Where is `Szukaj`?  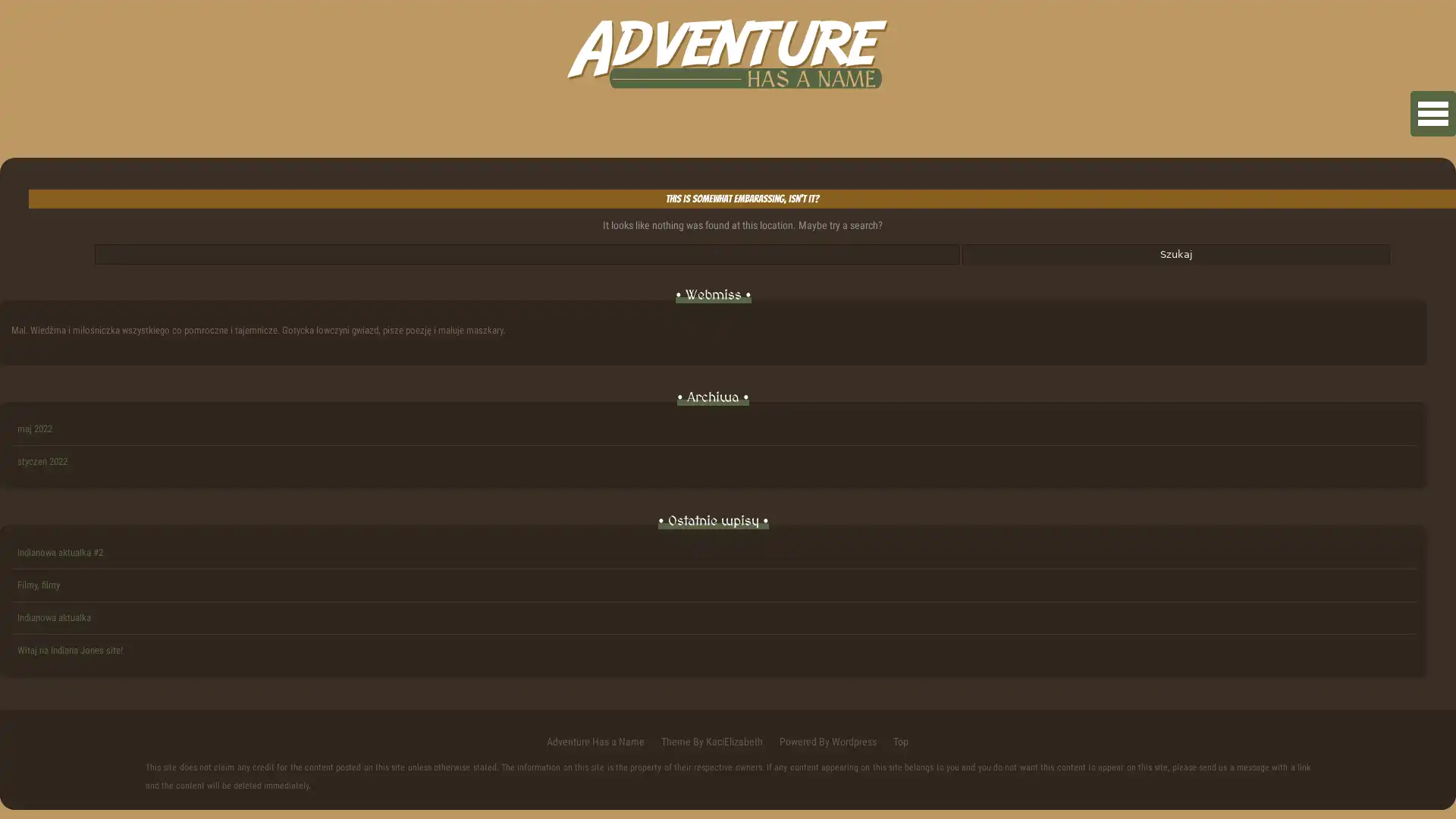 Szukaj is located at coordinates (1175, 253).